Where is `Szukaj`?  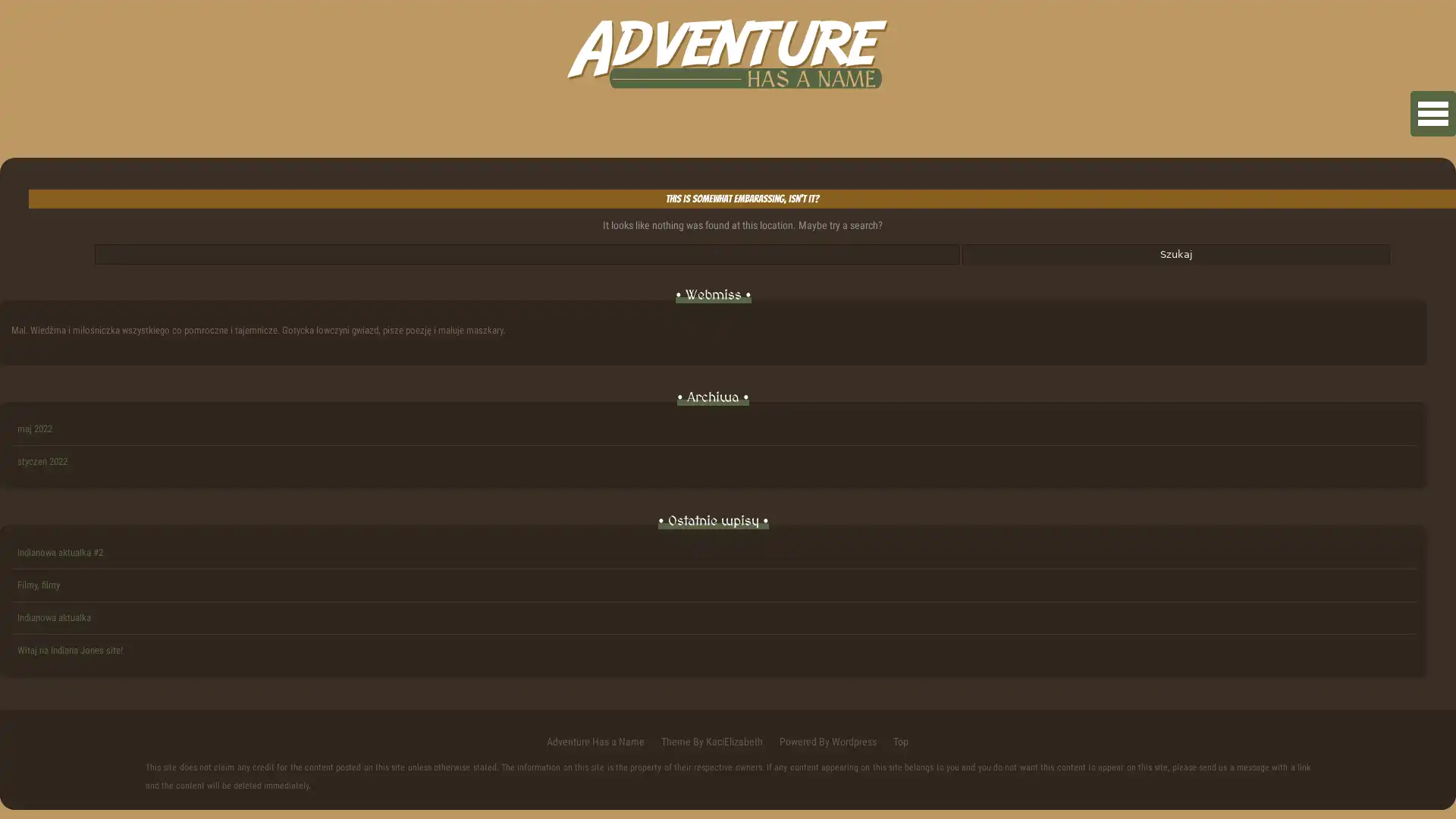 Szukaj is located at coordinates (1175, 253).